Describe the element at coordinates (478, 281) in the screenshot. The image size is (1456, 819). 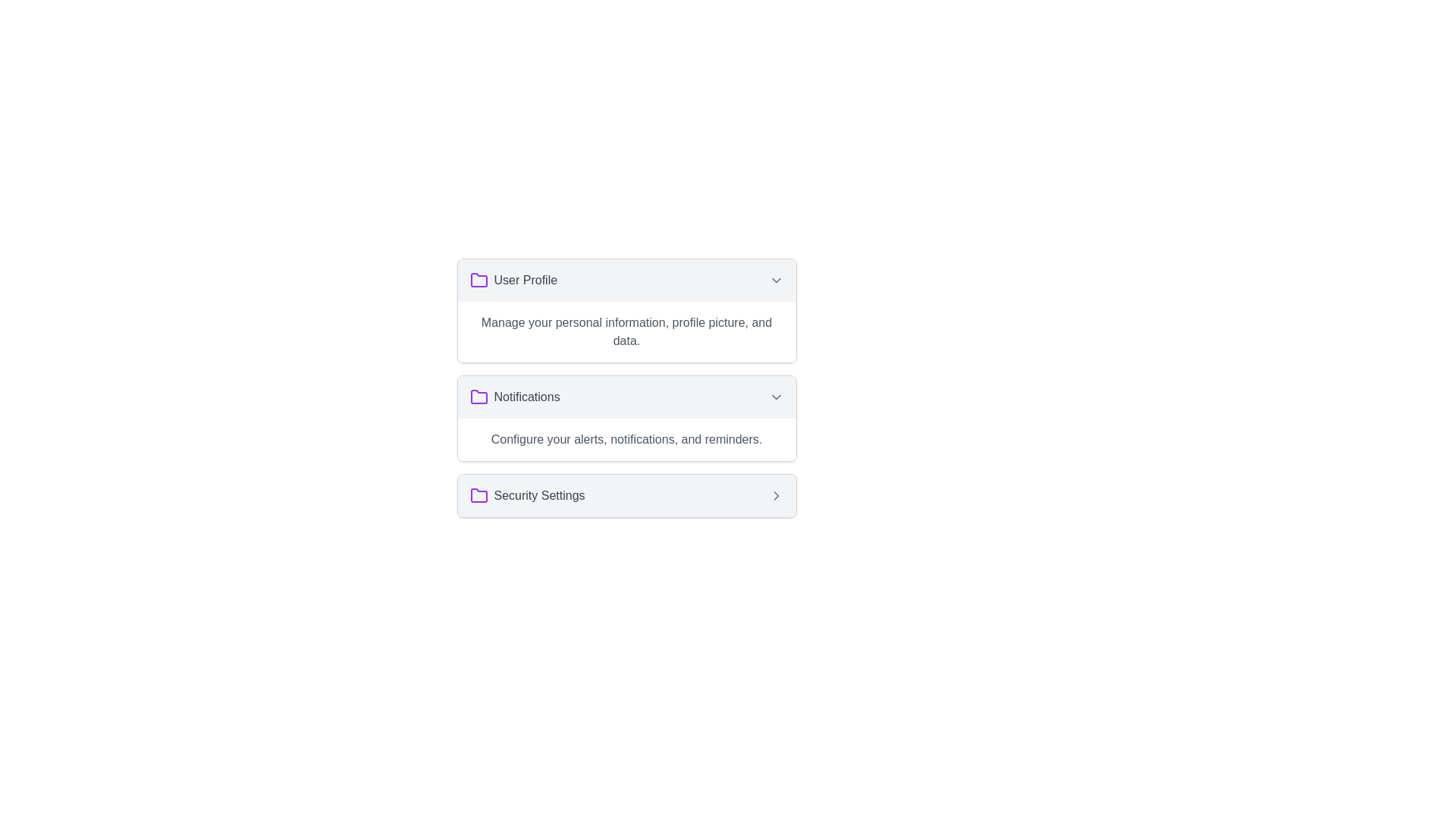
I see `the 'User Profile' icon located to the left of the 'User Profile' label in the section header at the top of the interface` at that location.